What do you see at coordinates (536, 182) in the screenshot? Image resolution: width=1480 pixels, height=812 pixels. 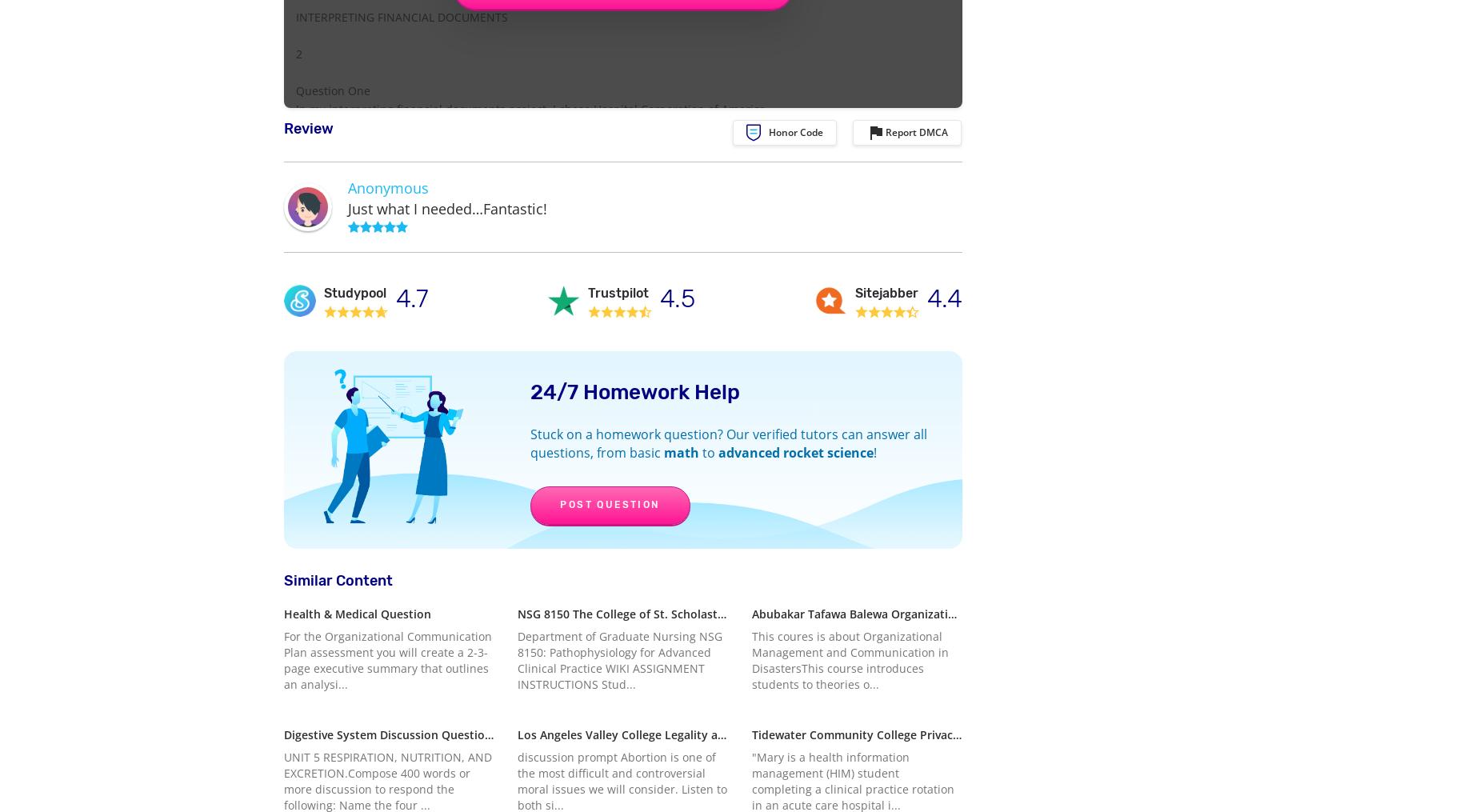 I see `'Heart Association (AHA) as my not-for-profit organization. AHA is headquartered in Dallas,'` at bounding box center [536, 182].